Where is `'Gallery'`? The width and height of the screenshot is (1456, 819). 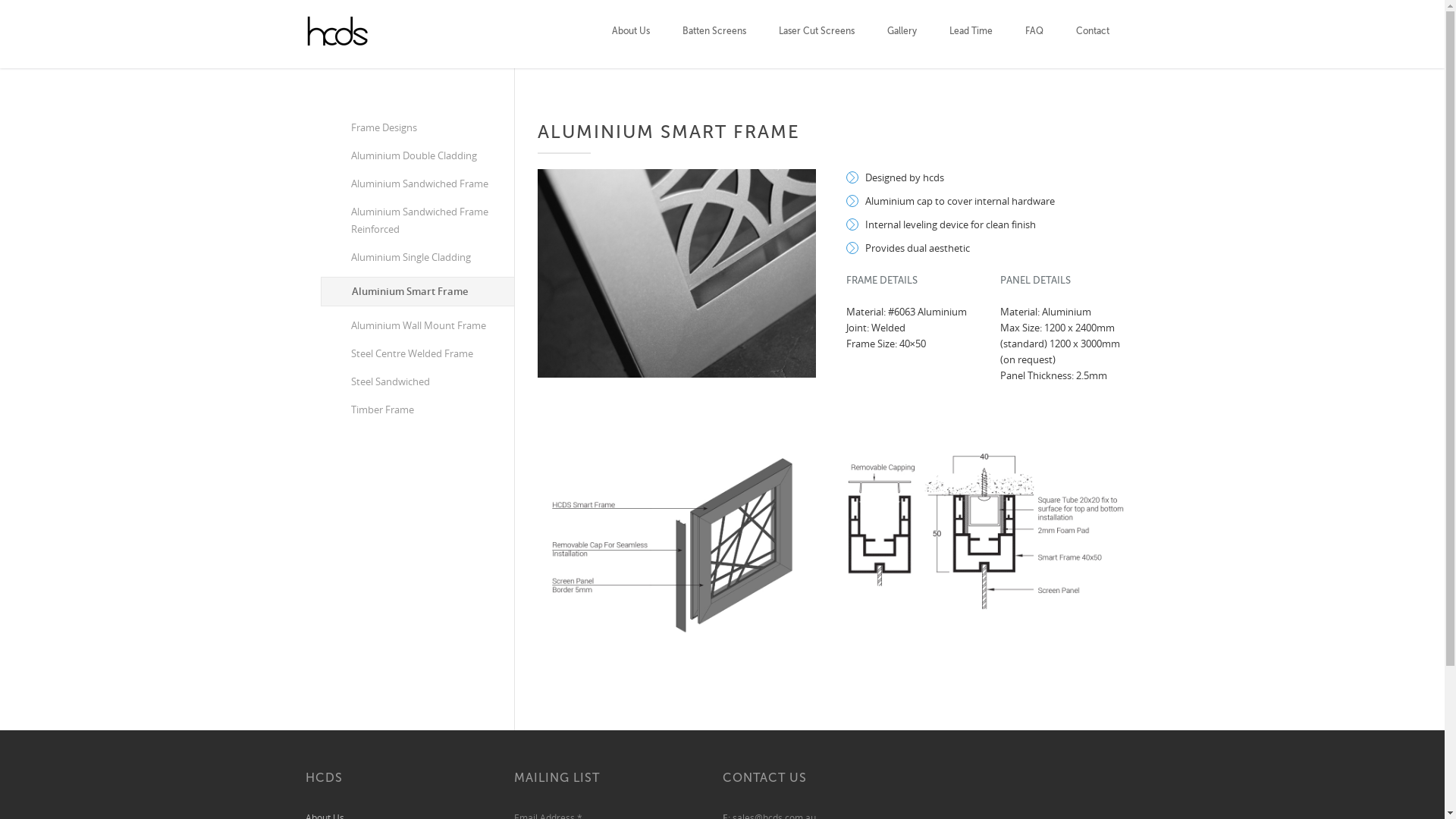 'Gallery' is located at coordinates (902, 34).